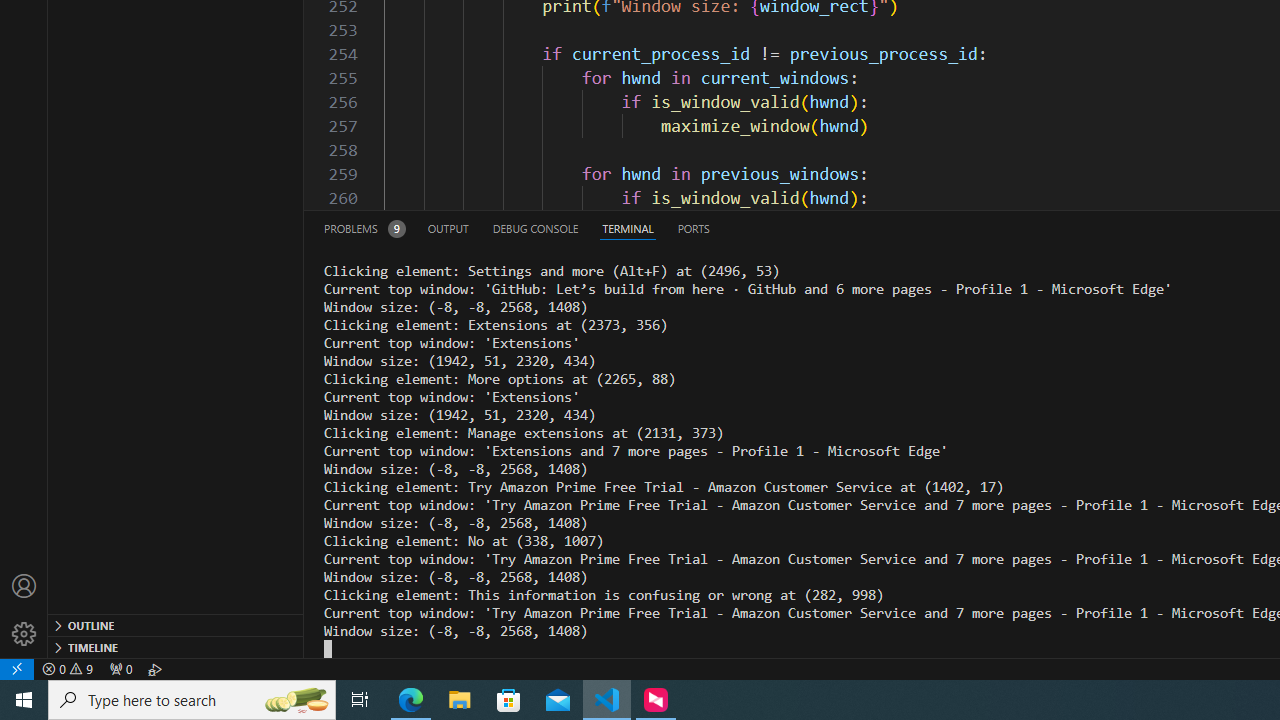  I want to click on 'Outline Section', so click(176, 623).